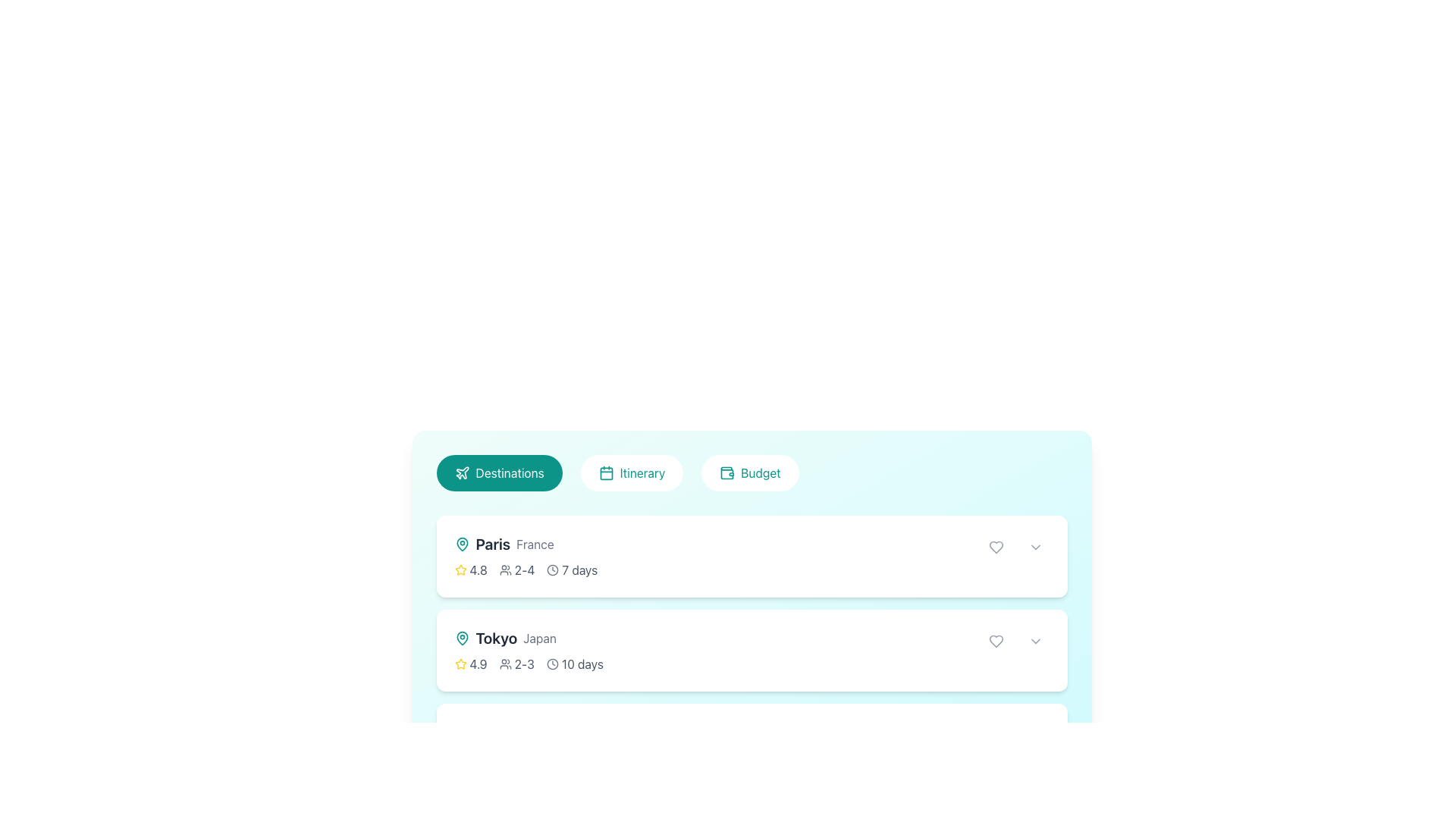 The height and width of the screenshot is (819, 1456). Describe the element at coordinates (1015, 547) in the screenshot. I see `the group of two interactive buttons, which includes a heart-shaped favorite button and a downward chevron dropdown menu trigger, located in the top-right corner of the Paris section` at that location.